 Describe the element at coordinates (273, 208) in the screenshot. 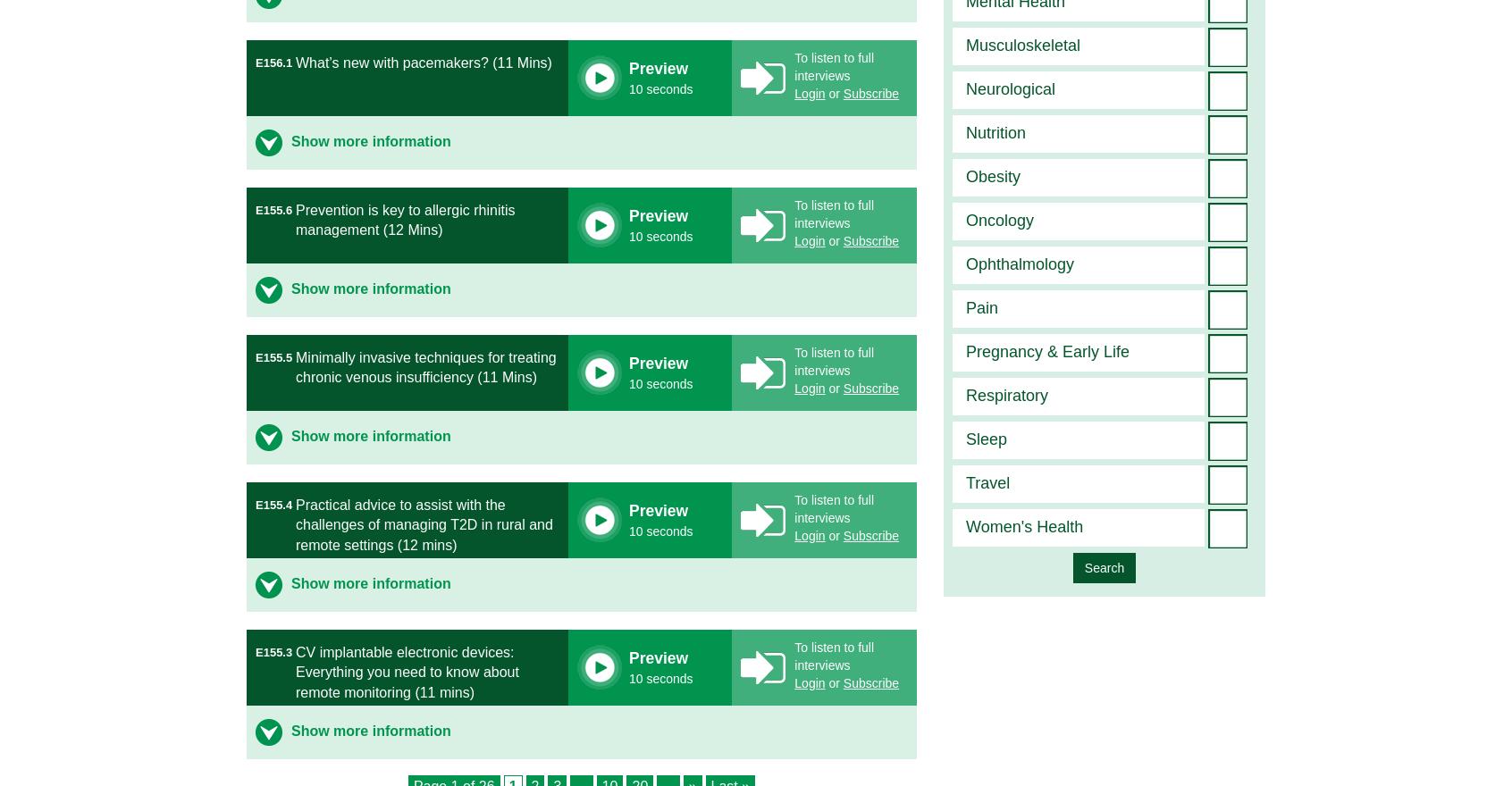

I see `'E155.6'` at that location.